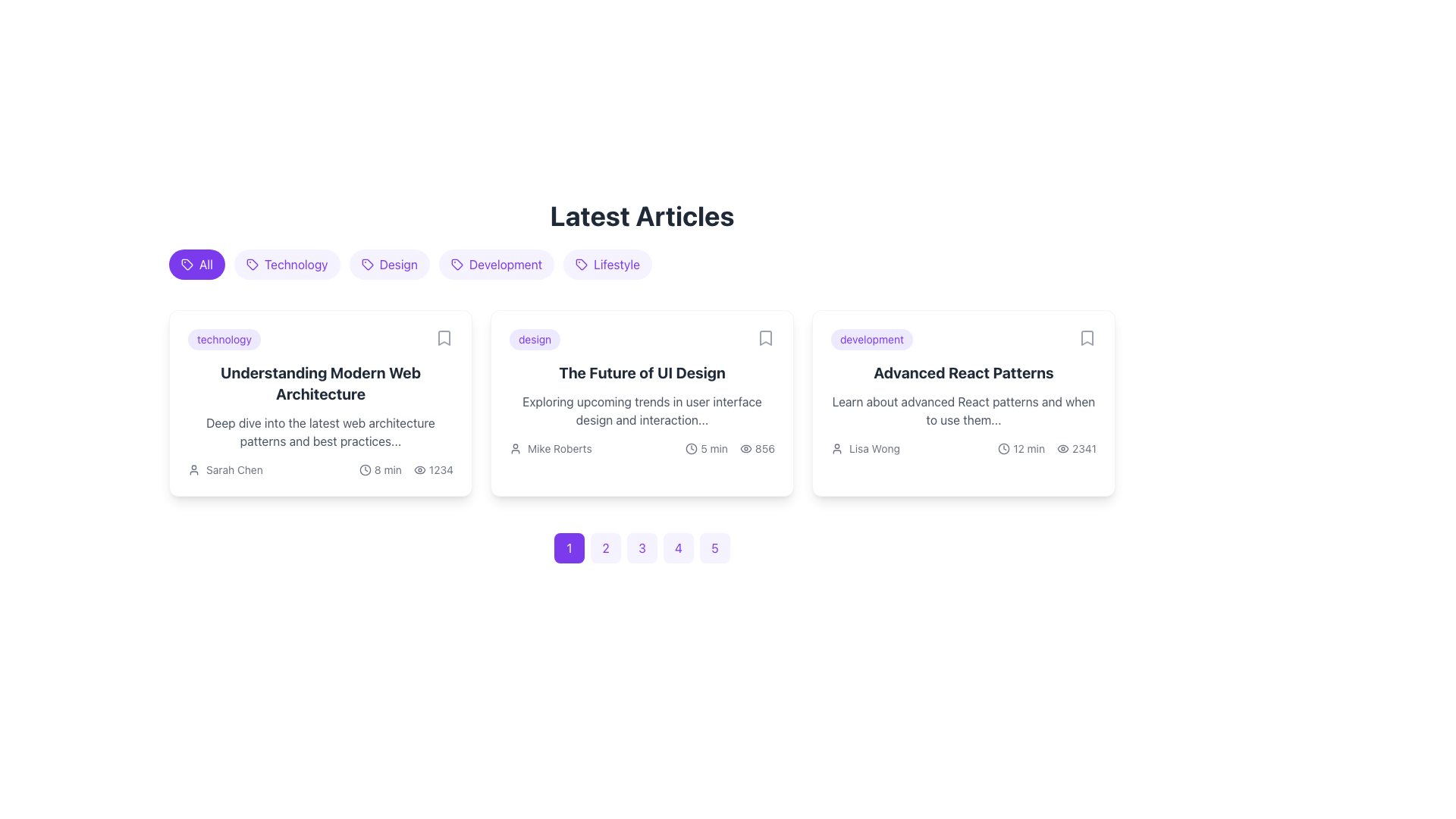 This screenshot has height=819, width=1456. I want to click on the popularity icon with text indicating the number of views for the article titled 'The Future of UI Design', located at the bottom right of the card section of the second article, so click(757, 447).